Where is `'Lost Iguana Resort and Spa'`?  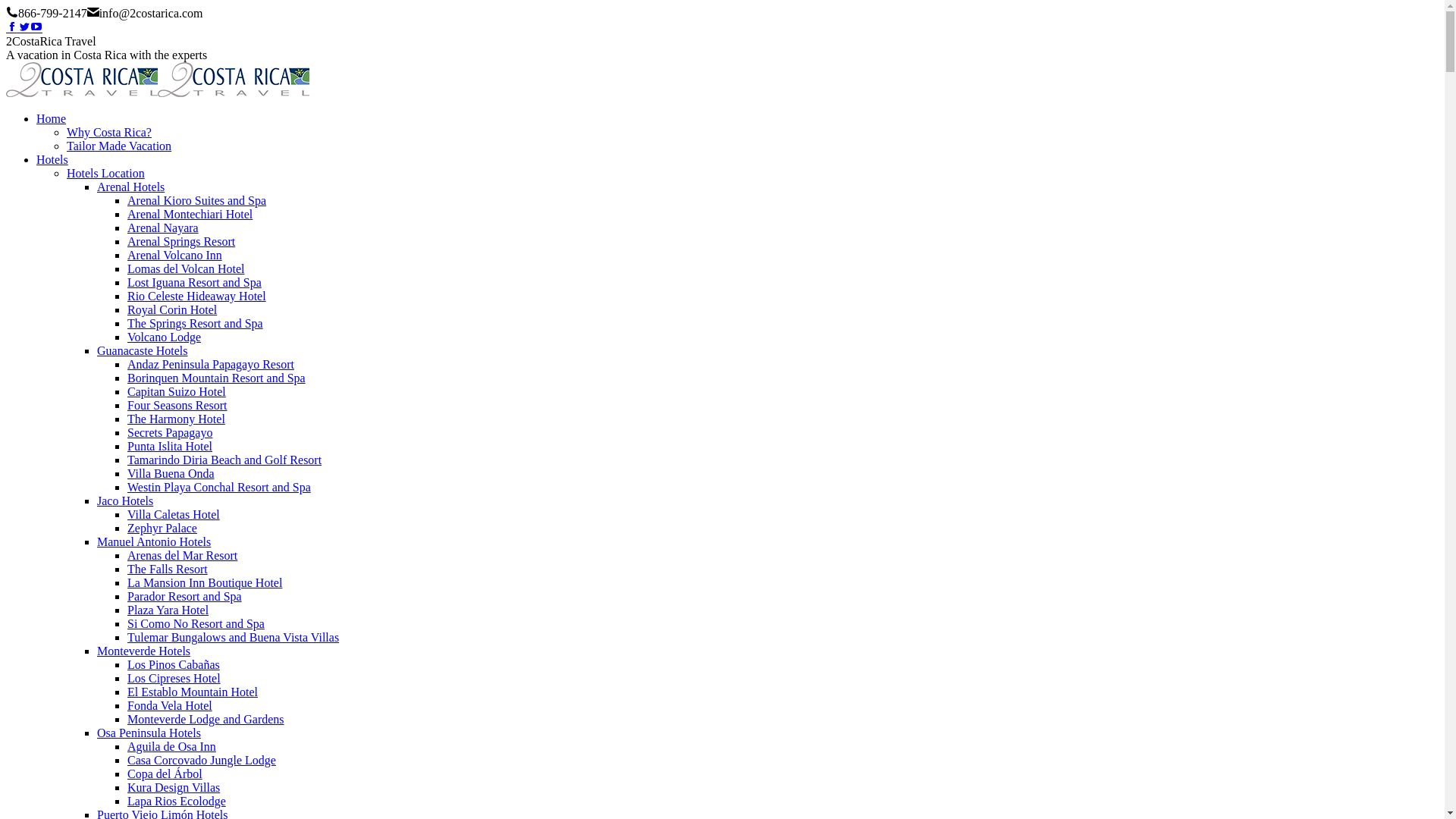 'Lost Iguana Resort and Spa' is located at coordinates (193, 282).